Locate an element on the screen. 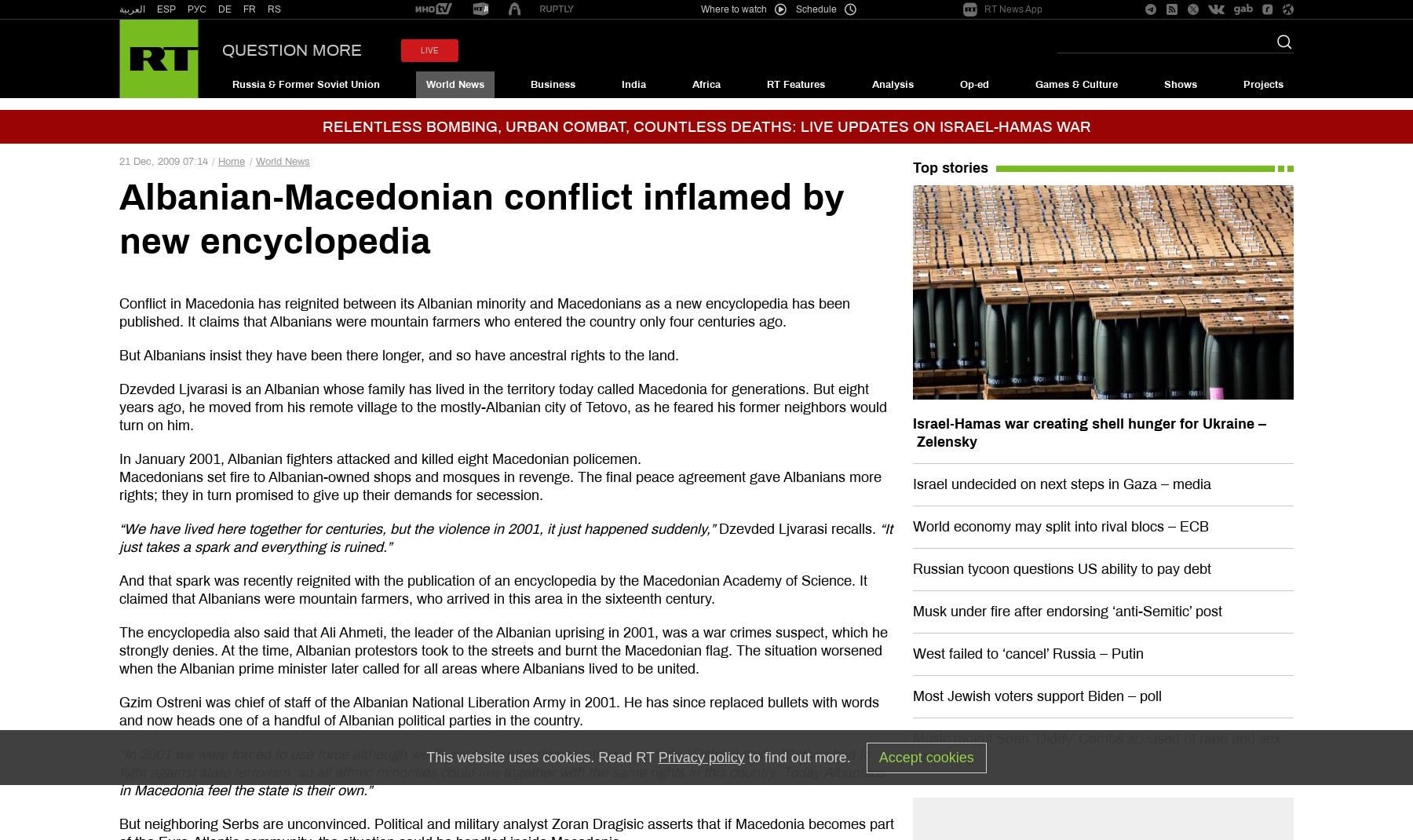  'Conflict in Macedonia has reignited between its Albanian minority and Macedonians as a new encyclopedia has been published. It claims that Albanians were mountain farmers who entered the country only four centuries ago.' is located at coordinates (484, 312).